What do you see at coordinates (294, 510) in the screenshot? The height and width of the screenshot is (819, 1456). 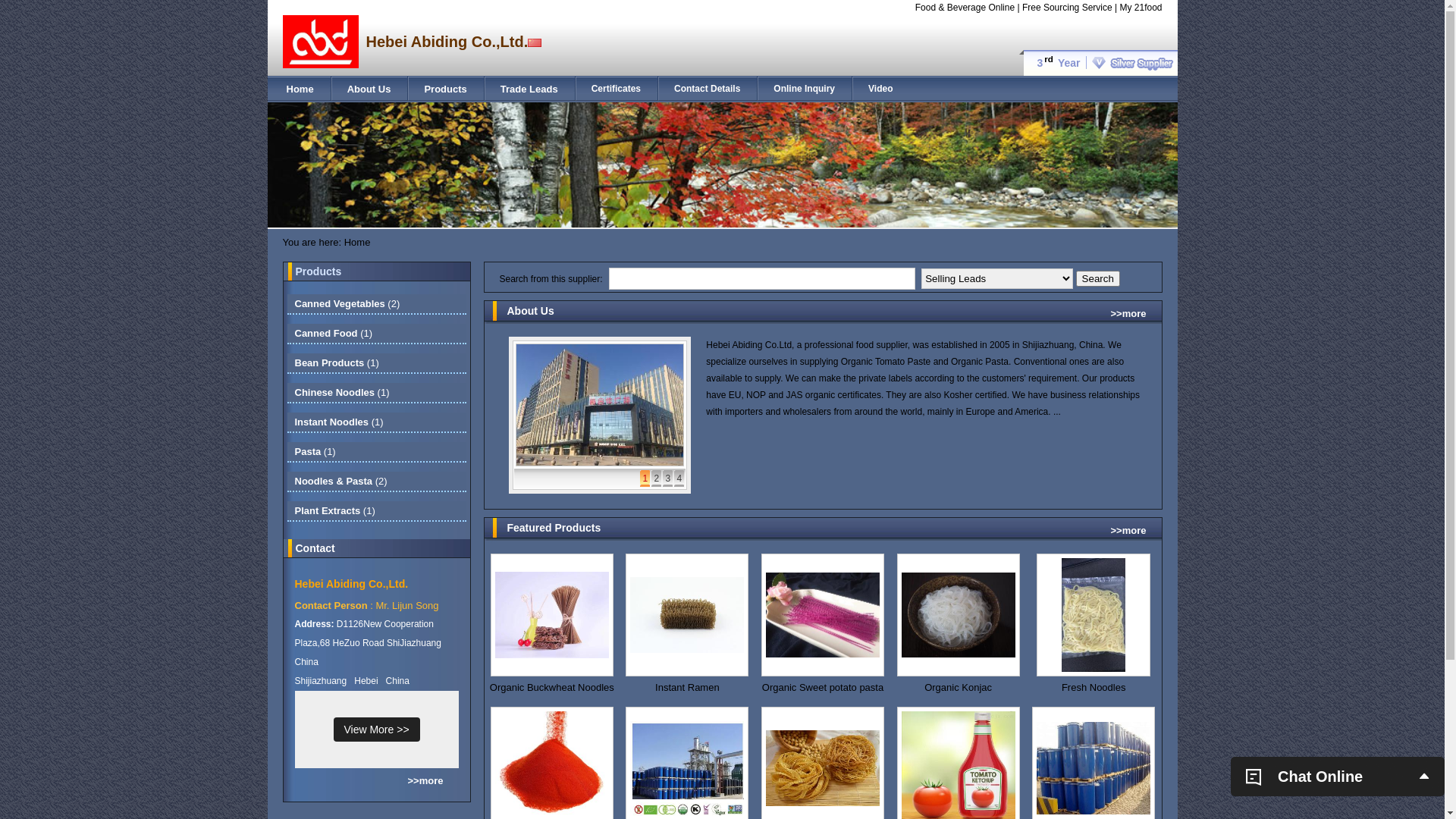 I see `'Plant Extracts (1)'` at bounding box center [294, 510].